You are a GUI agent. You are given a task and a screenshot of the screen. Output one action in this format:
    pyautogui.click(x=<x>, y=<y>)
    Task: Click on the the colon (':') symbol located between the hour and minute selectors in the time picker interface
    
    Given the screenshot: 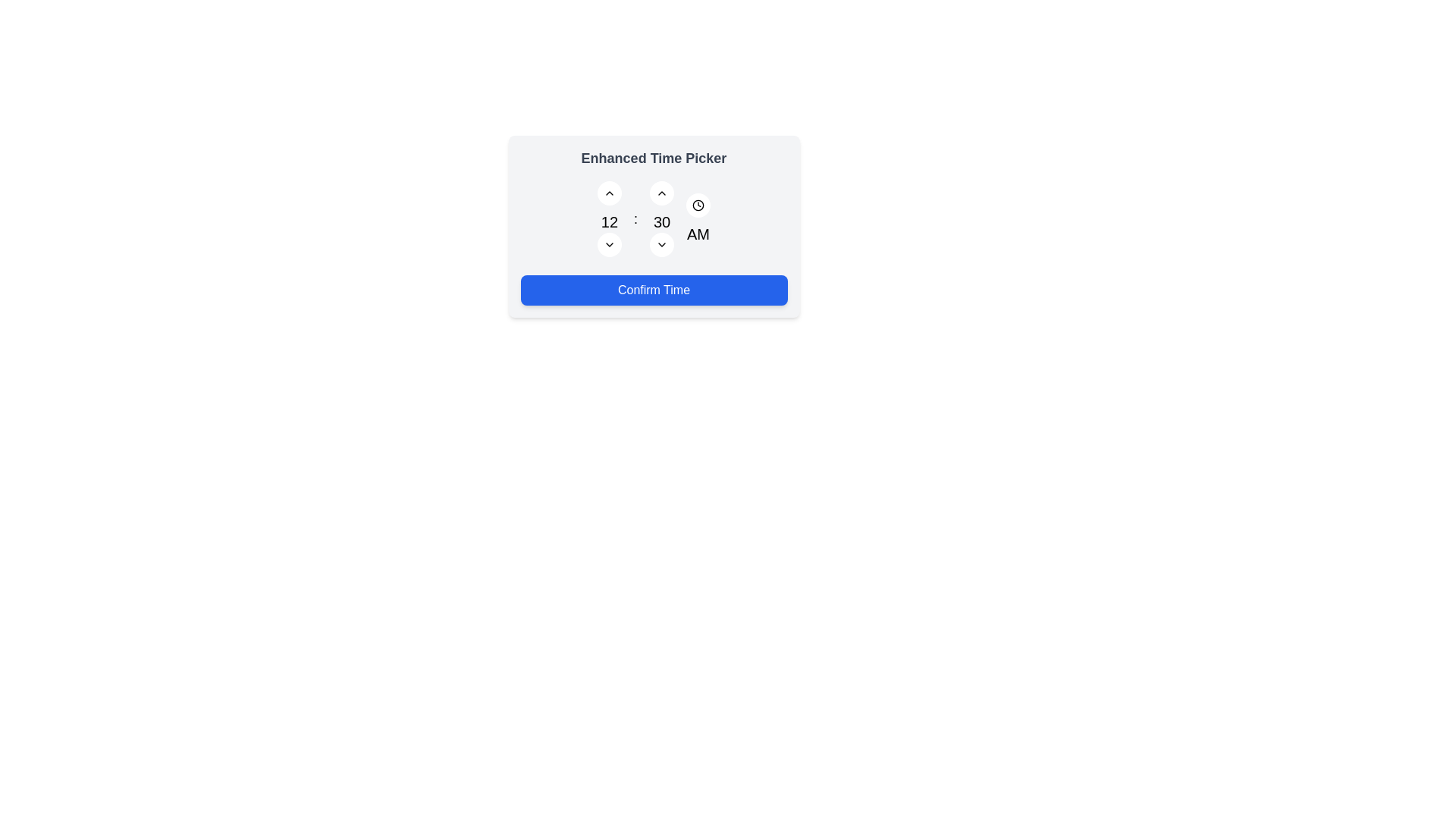 What is the action you would take?
    pyautogui.click(x=635, y=219)
    